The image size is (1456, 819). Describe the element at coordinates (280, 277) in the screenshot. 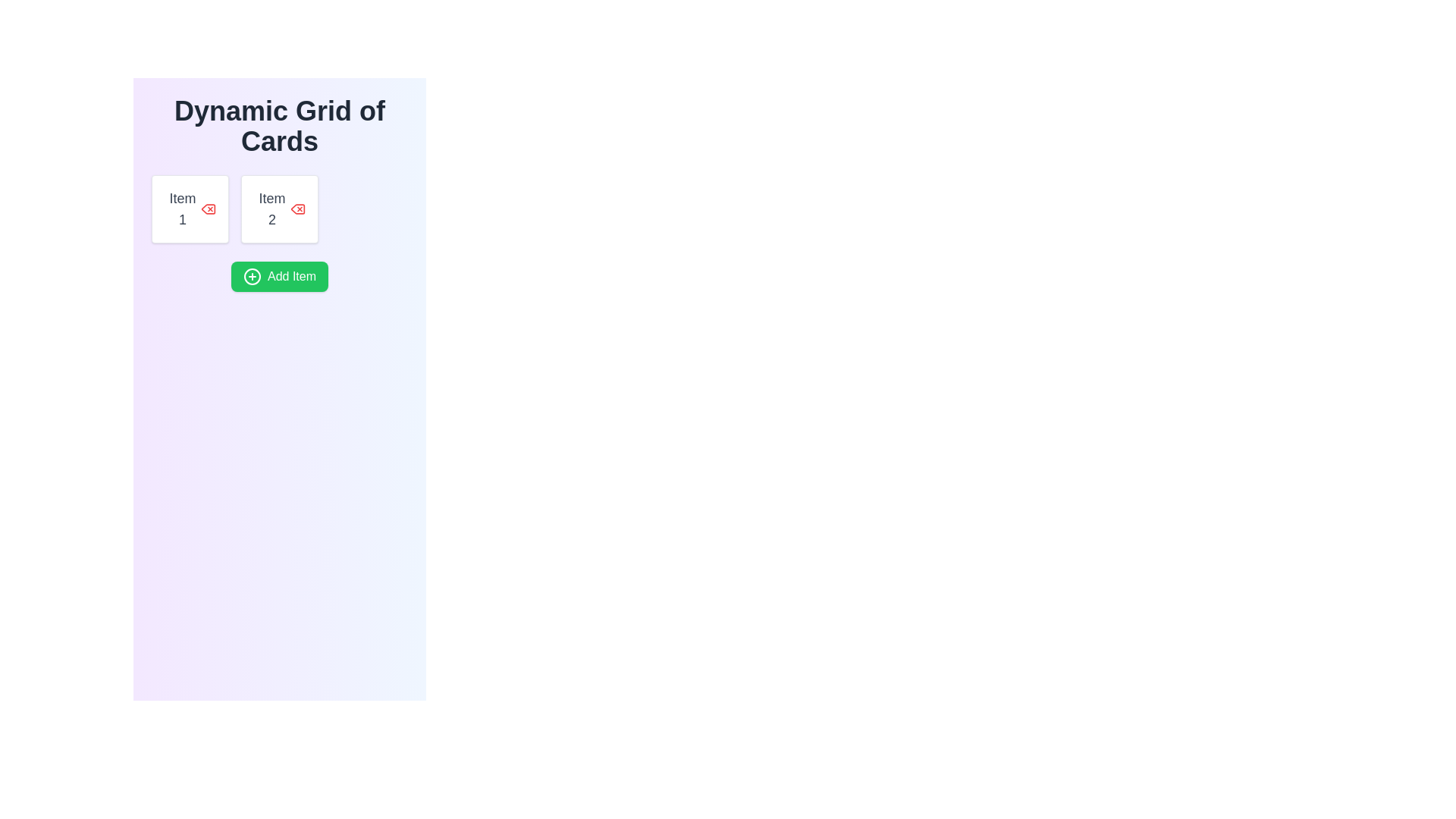

I see `the 'Add Item' button with a green background and white text located below the 'Item 1' and 'Item 2' cards` at that location.